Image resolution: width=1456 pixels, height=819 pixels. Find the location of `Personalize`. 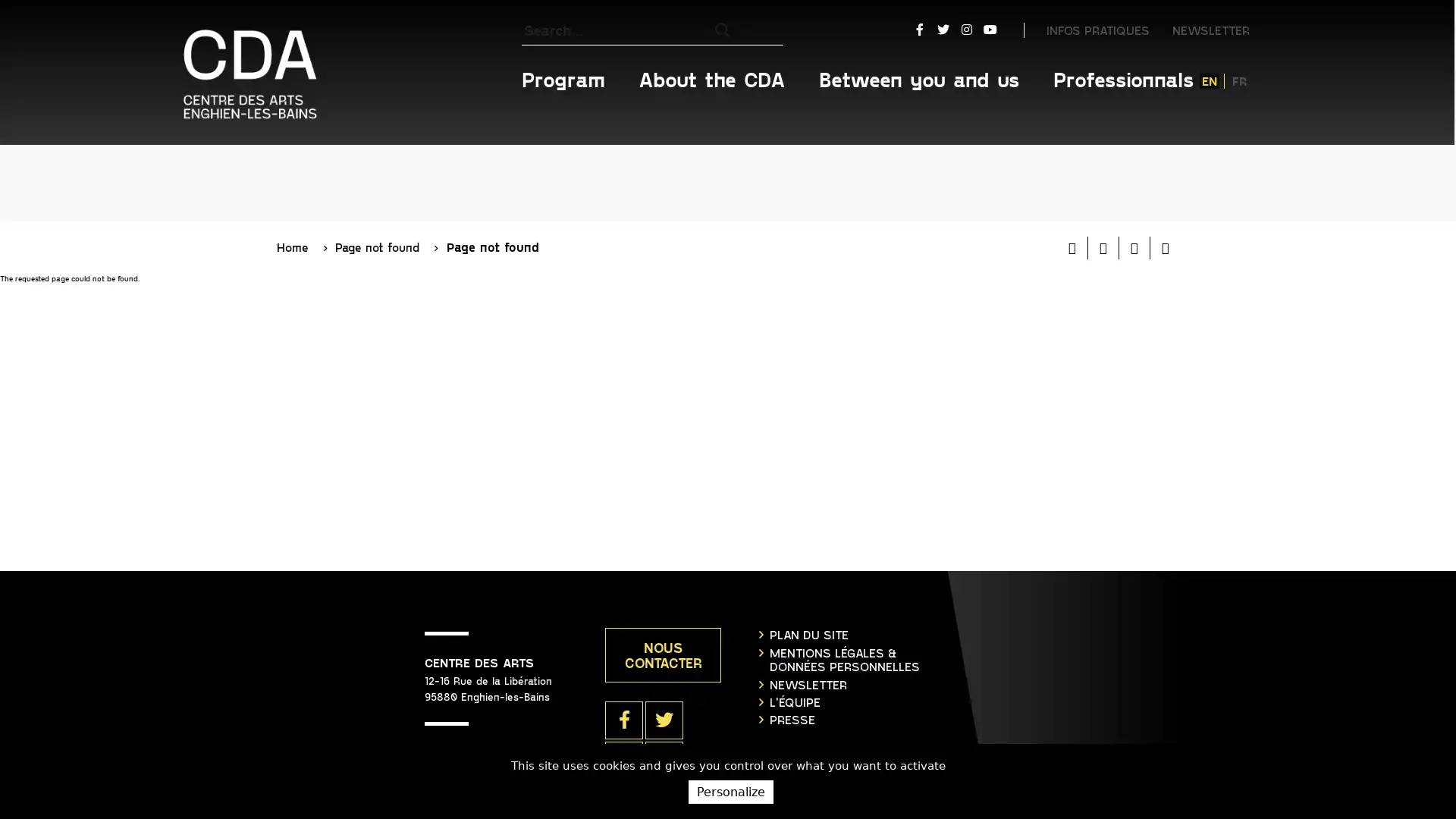

Personalize is located at coordinates (730, 791).